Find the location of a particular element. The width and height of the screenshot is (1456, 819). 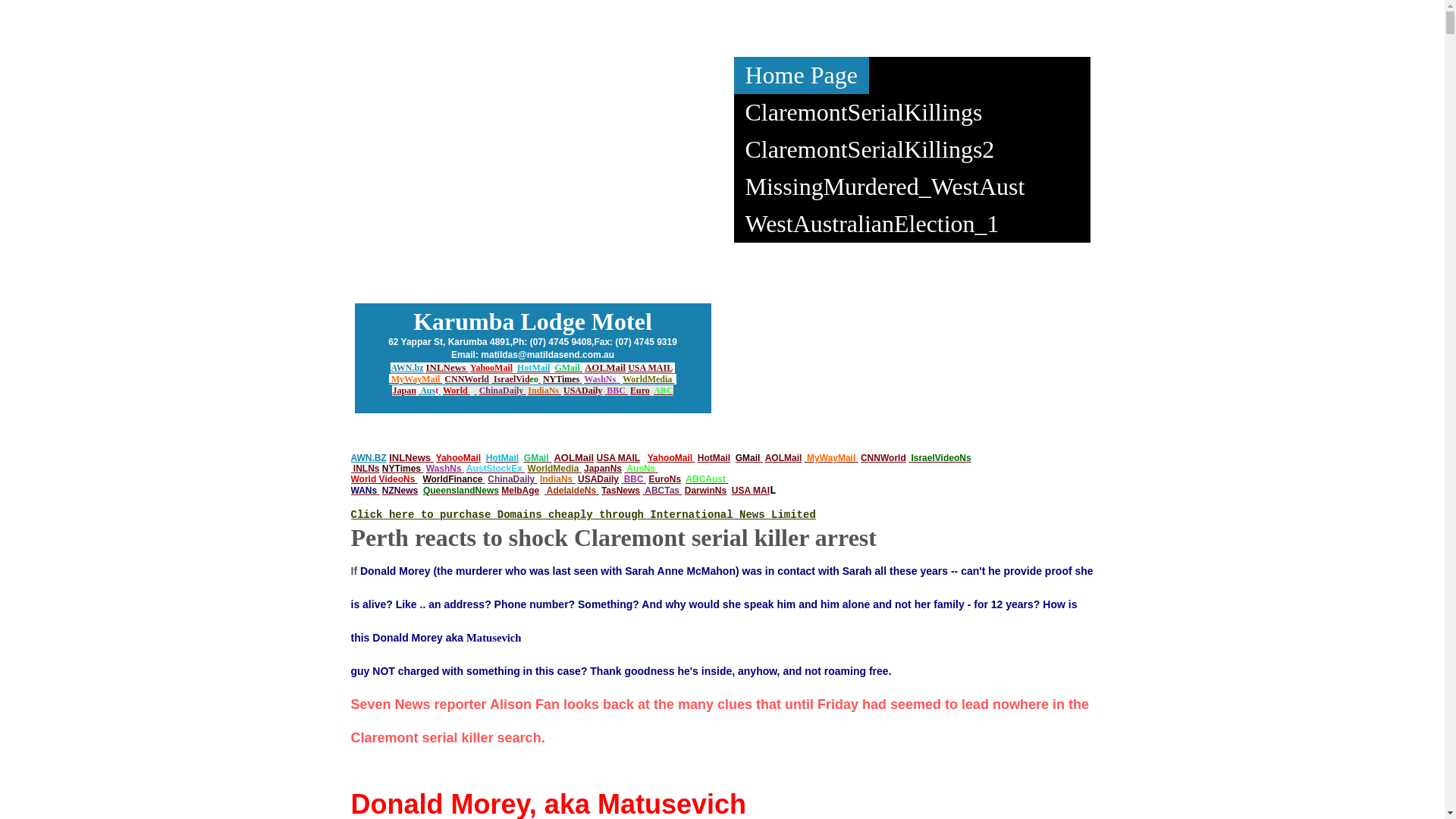

'AusNs' is located at coordinates (640, 467).